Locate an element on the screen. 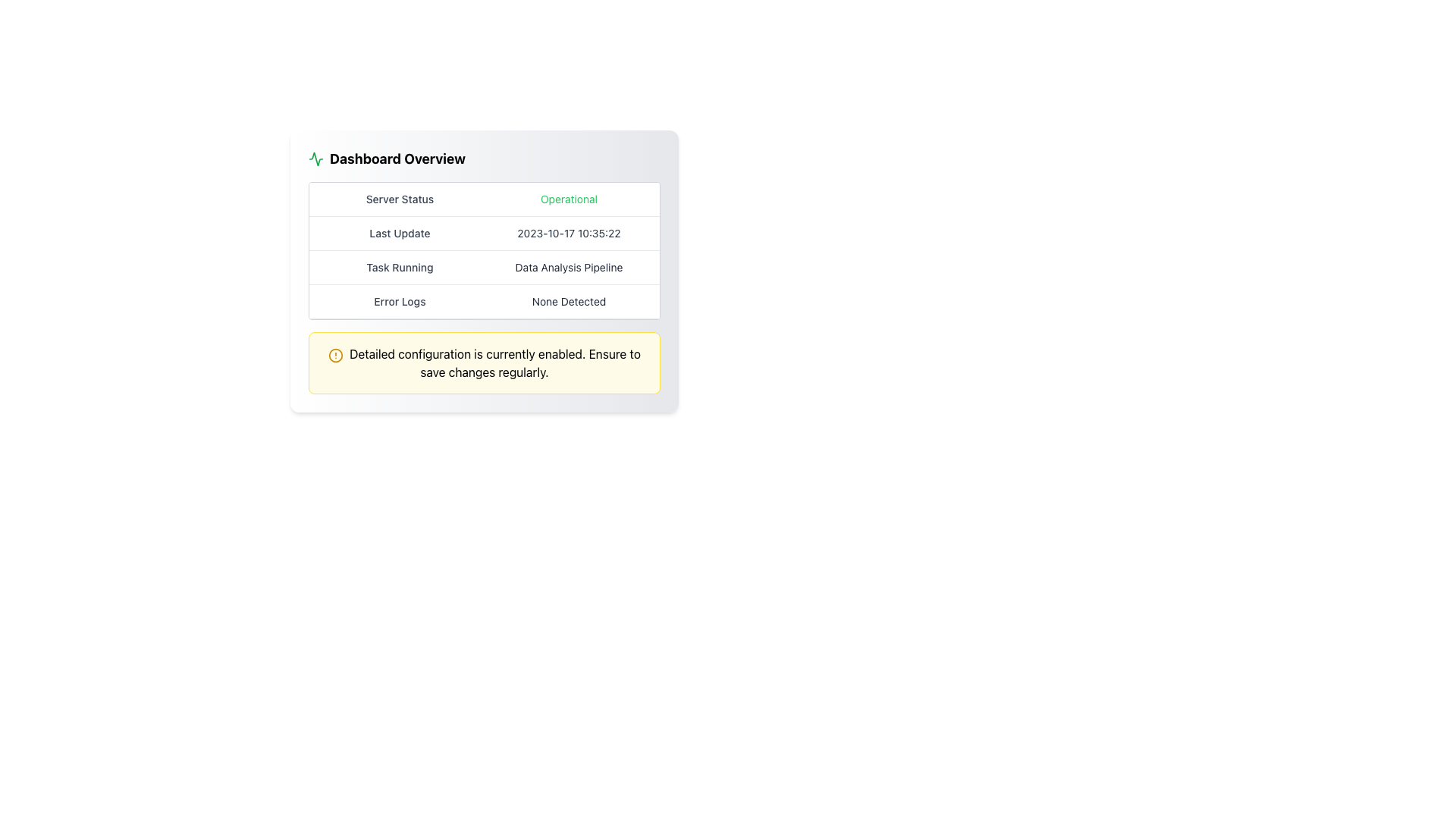 This screenshot has width=1456, height=819. alert message displayed in the warning banner with a yellow background stating 'Detailed configuration is currently enabled. Ensure to save changes regularly.' is located at coordinates (483, 362).